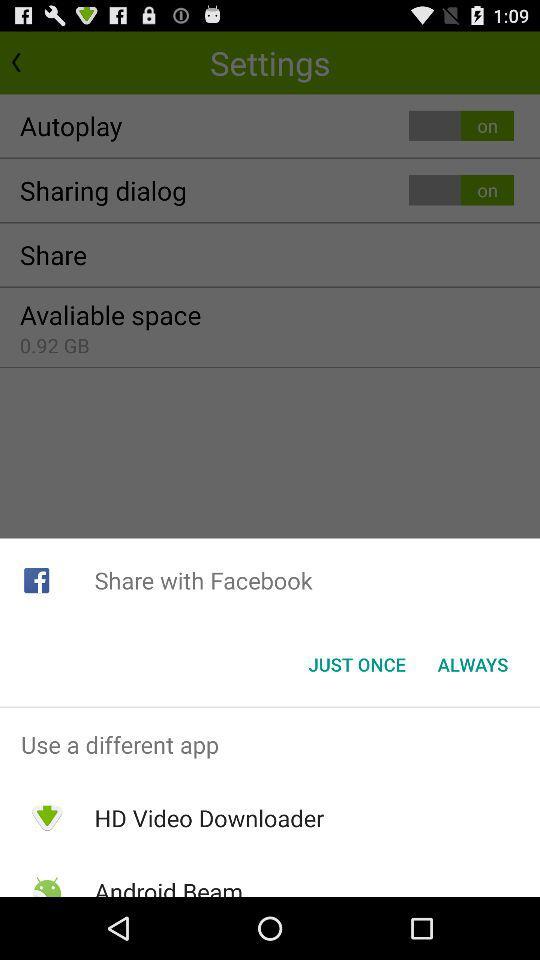  What do you see at coordinates (356, 664) in the screenshot?
I see `the item below the share with facebook` at bounding box center [356, 664].